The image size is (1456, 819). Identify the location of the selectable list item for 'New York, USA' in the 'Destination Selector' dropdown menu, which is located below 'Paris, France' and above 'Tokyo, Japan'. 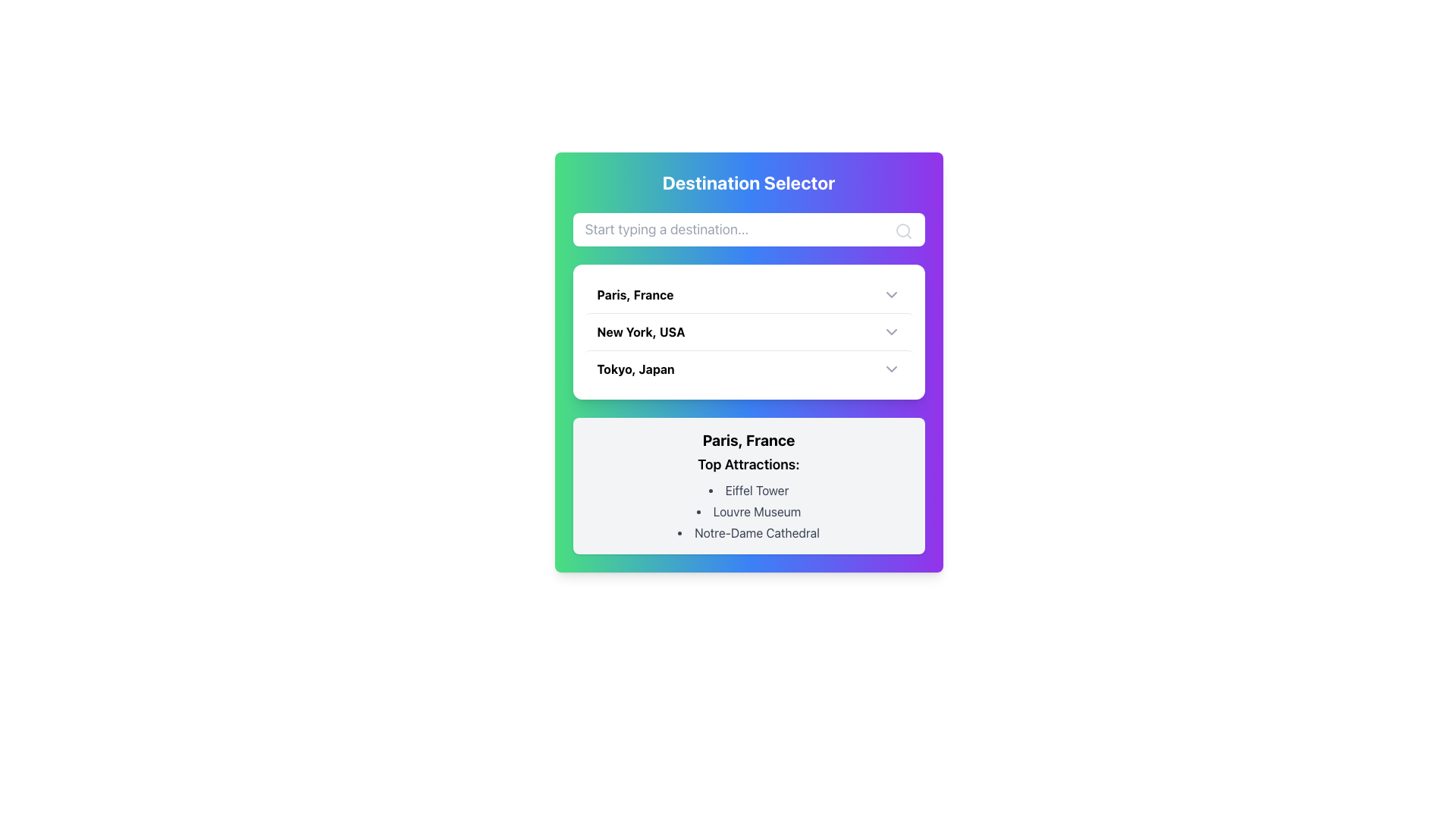
(748, 331).